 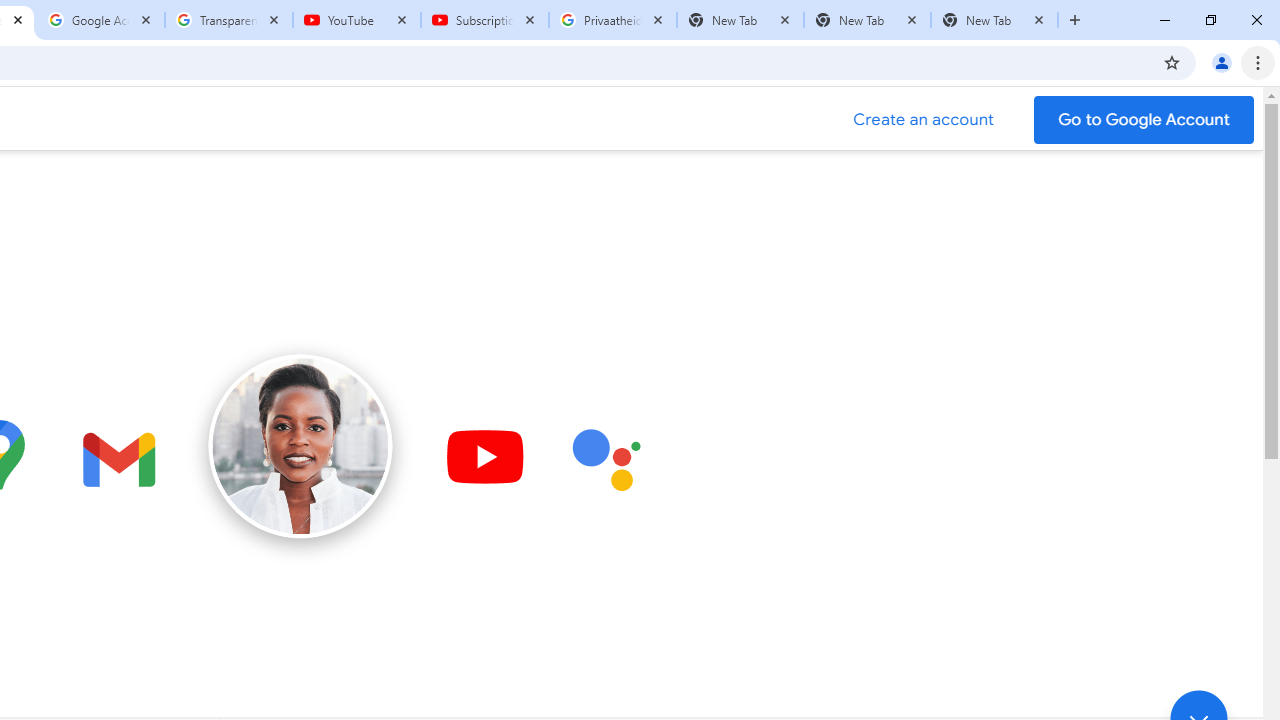 What do you see at coordinates (485, 20) in the screenshot?
I see `'Subscriptions - YouTube'` at bounding box center [485, 20].